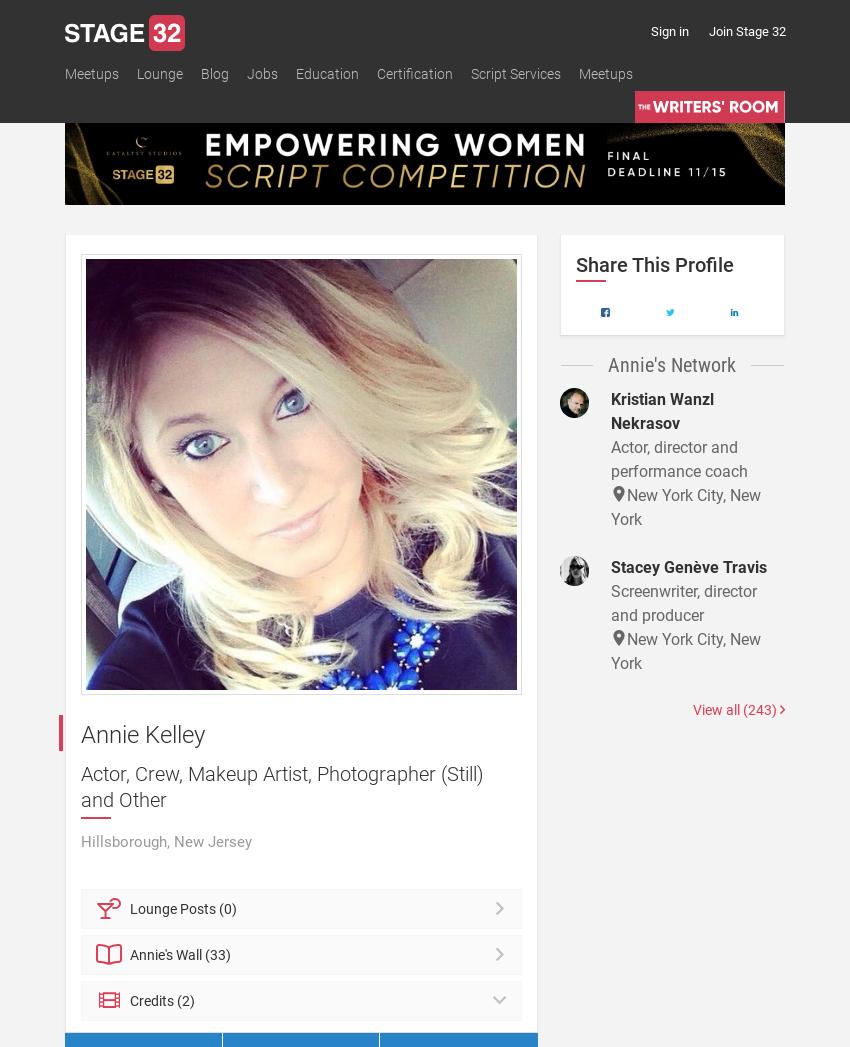 This screenshot has height=1047, width=850. Describe the element at coordinates (690, 708) in the screenshot. I see `'View all
                                            (243)'` at that location.